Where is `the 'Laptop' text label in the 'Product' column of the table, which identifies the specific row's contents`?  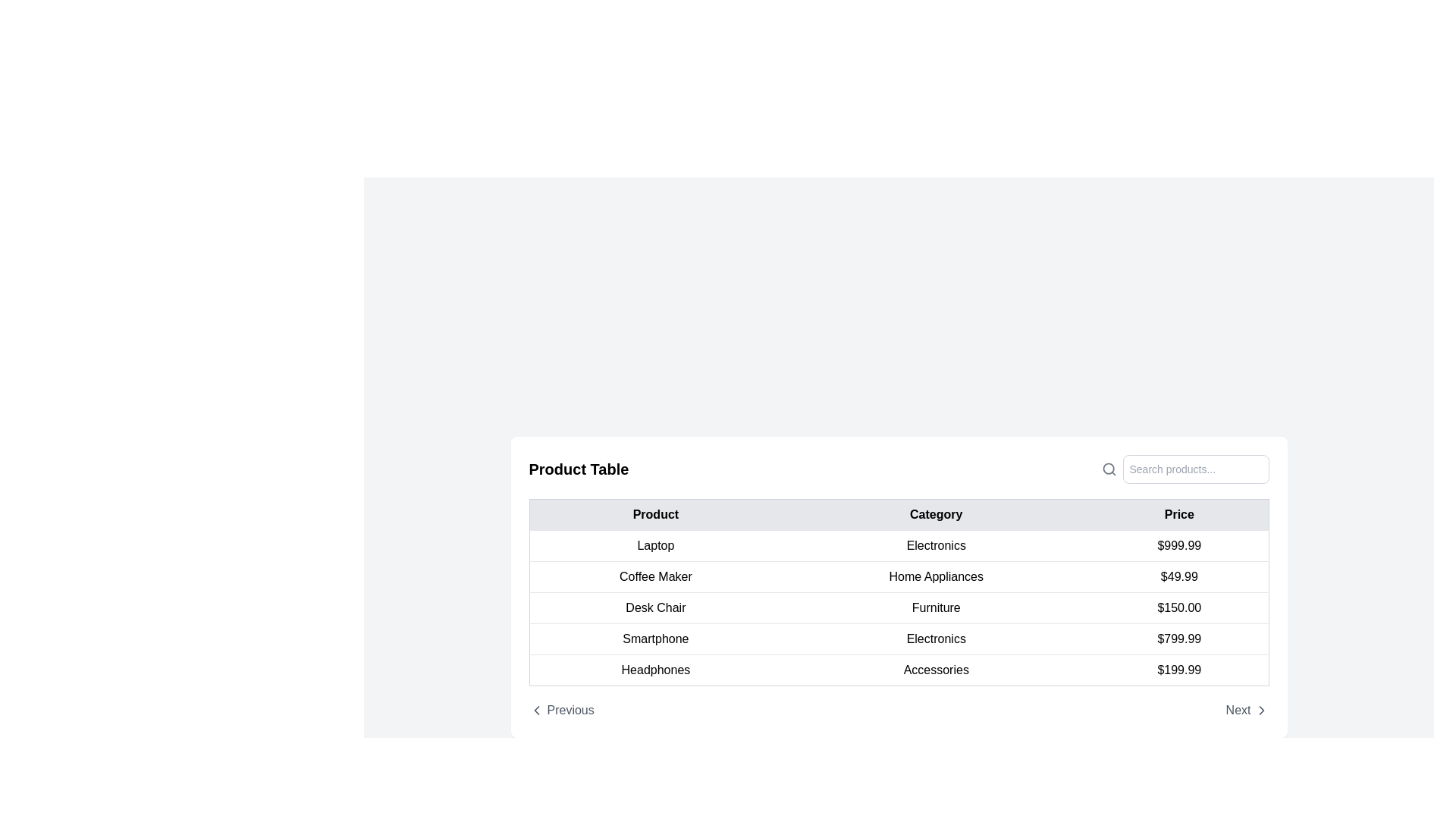 the 'Laptop' text label in the 'Product' column of the table, which identifies the specific row's contents is located at coordinates (655, 544).